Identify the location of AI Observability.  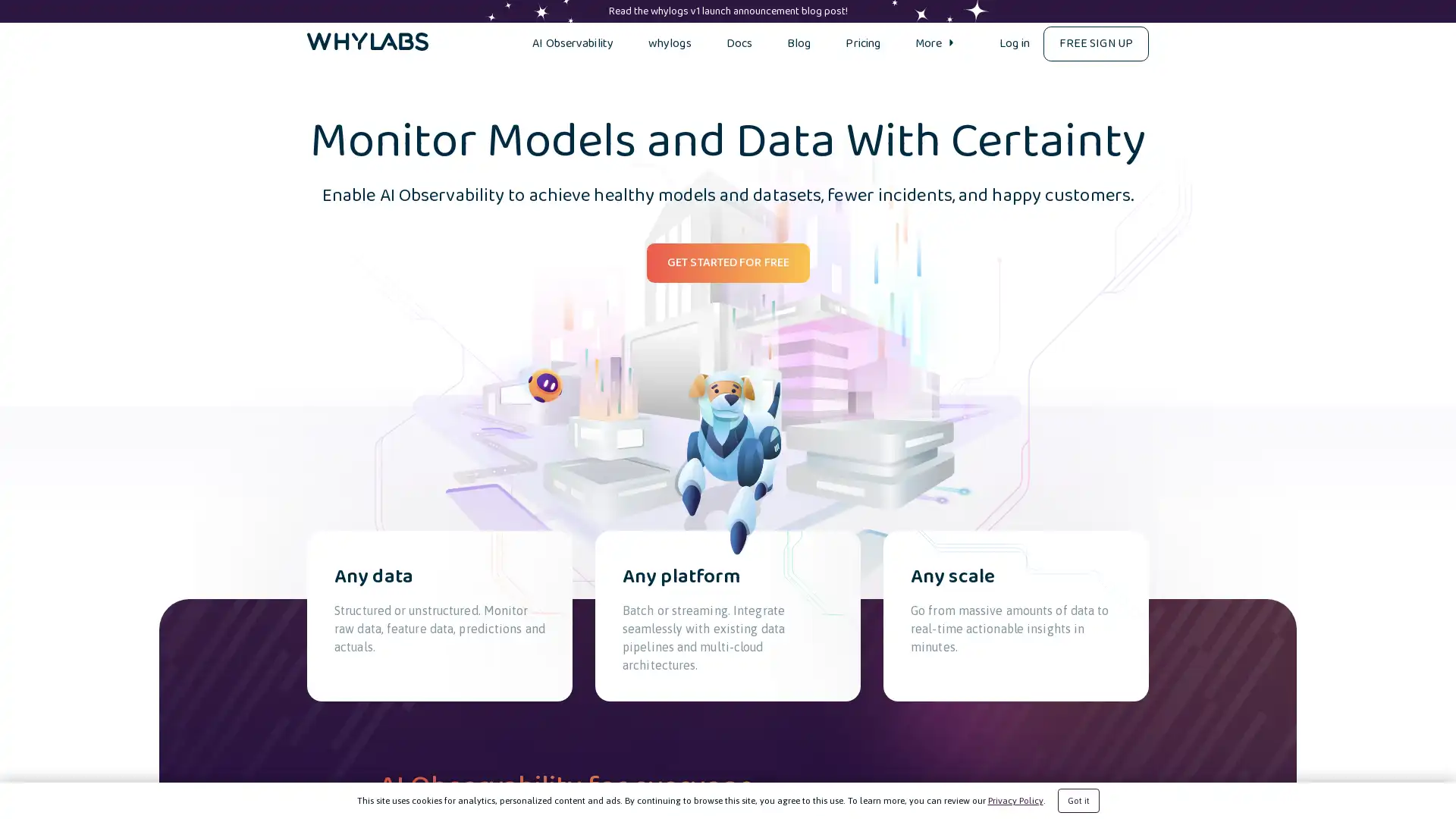
(571, 42).